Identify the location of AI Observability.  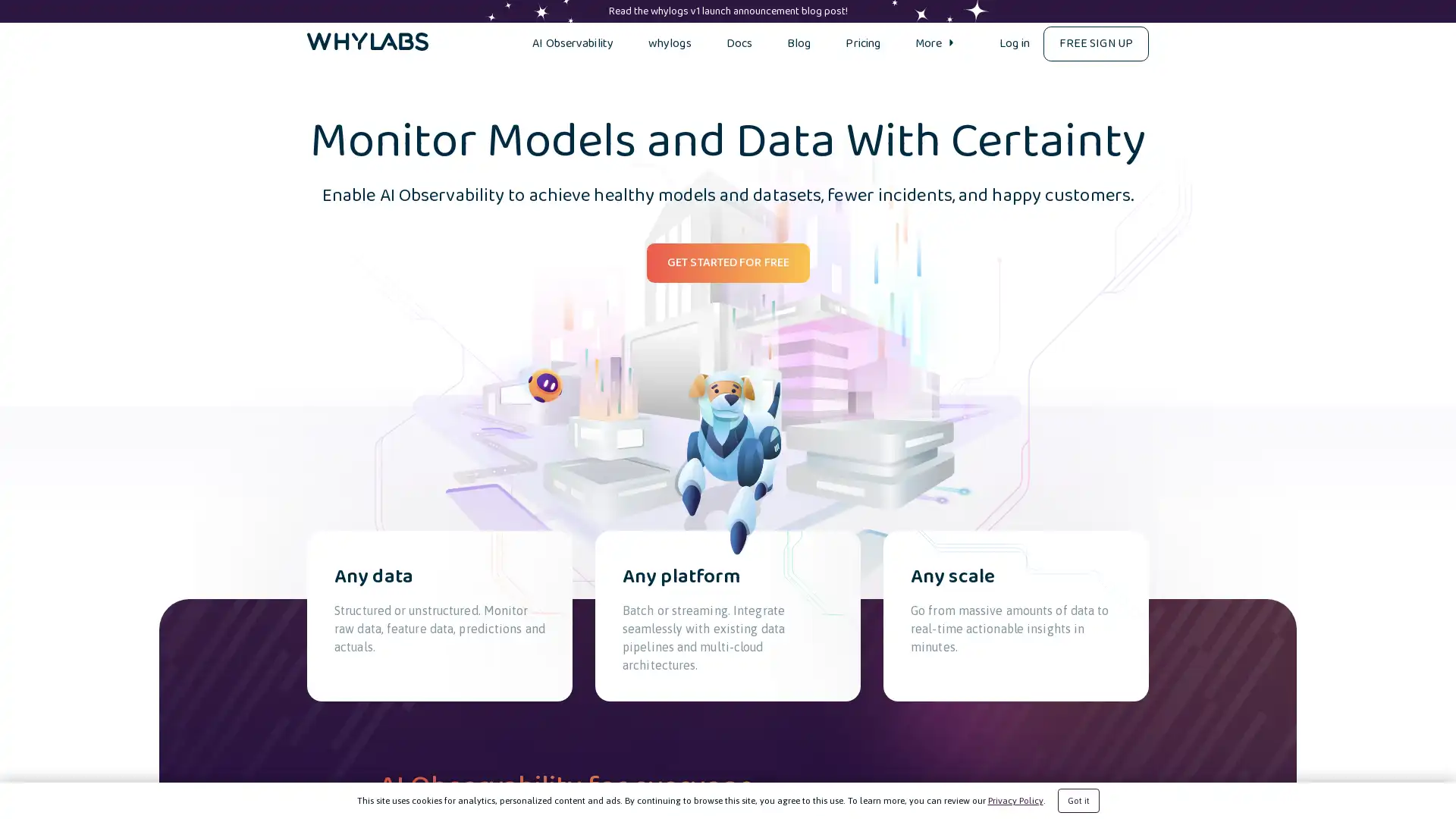
(571, 42).